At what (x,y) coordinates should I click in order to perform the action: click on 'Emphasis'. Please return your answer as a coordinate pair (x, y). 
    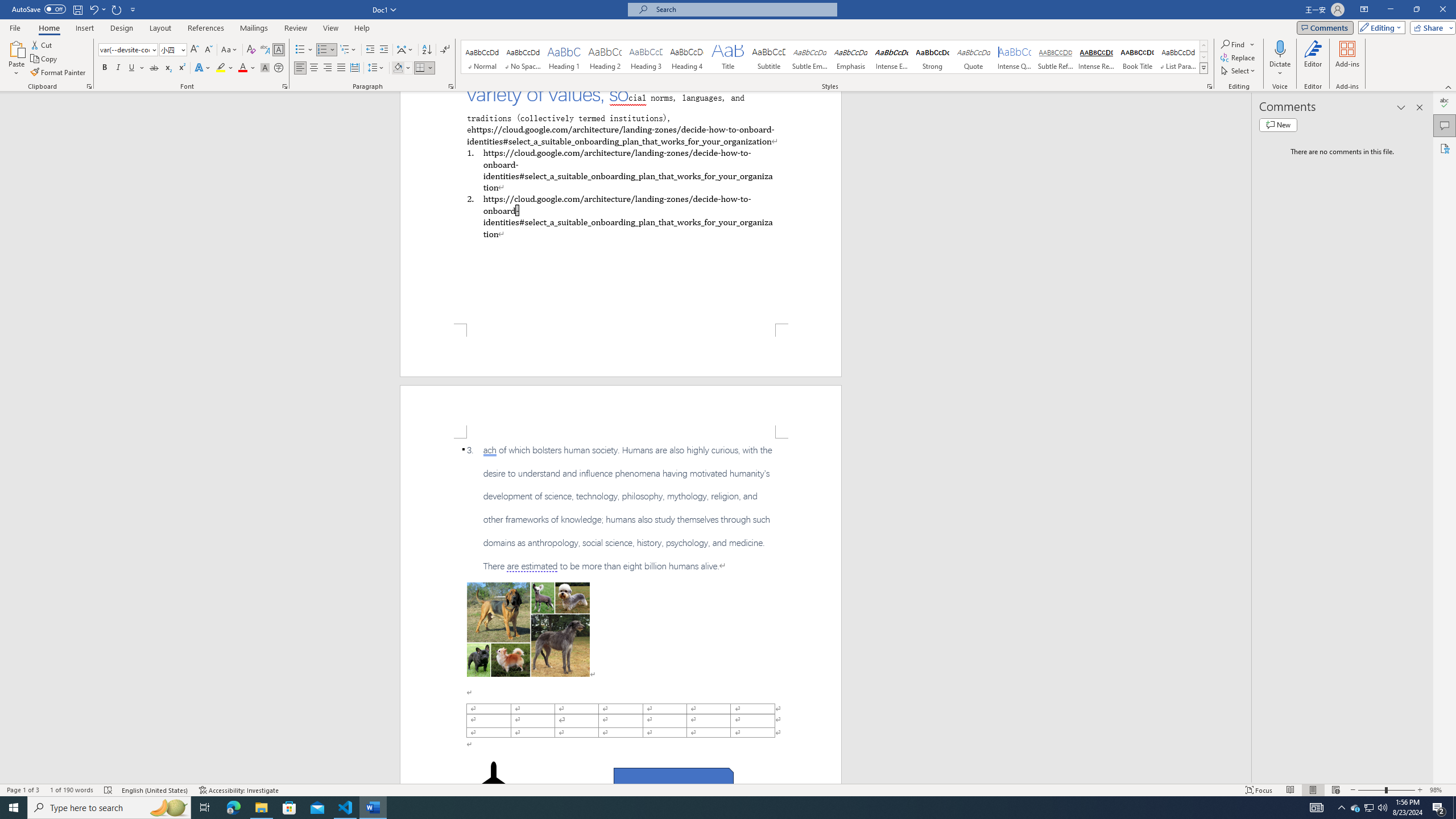
    Looking at the image, I should click on (850, 56).